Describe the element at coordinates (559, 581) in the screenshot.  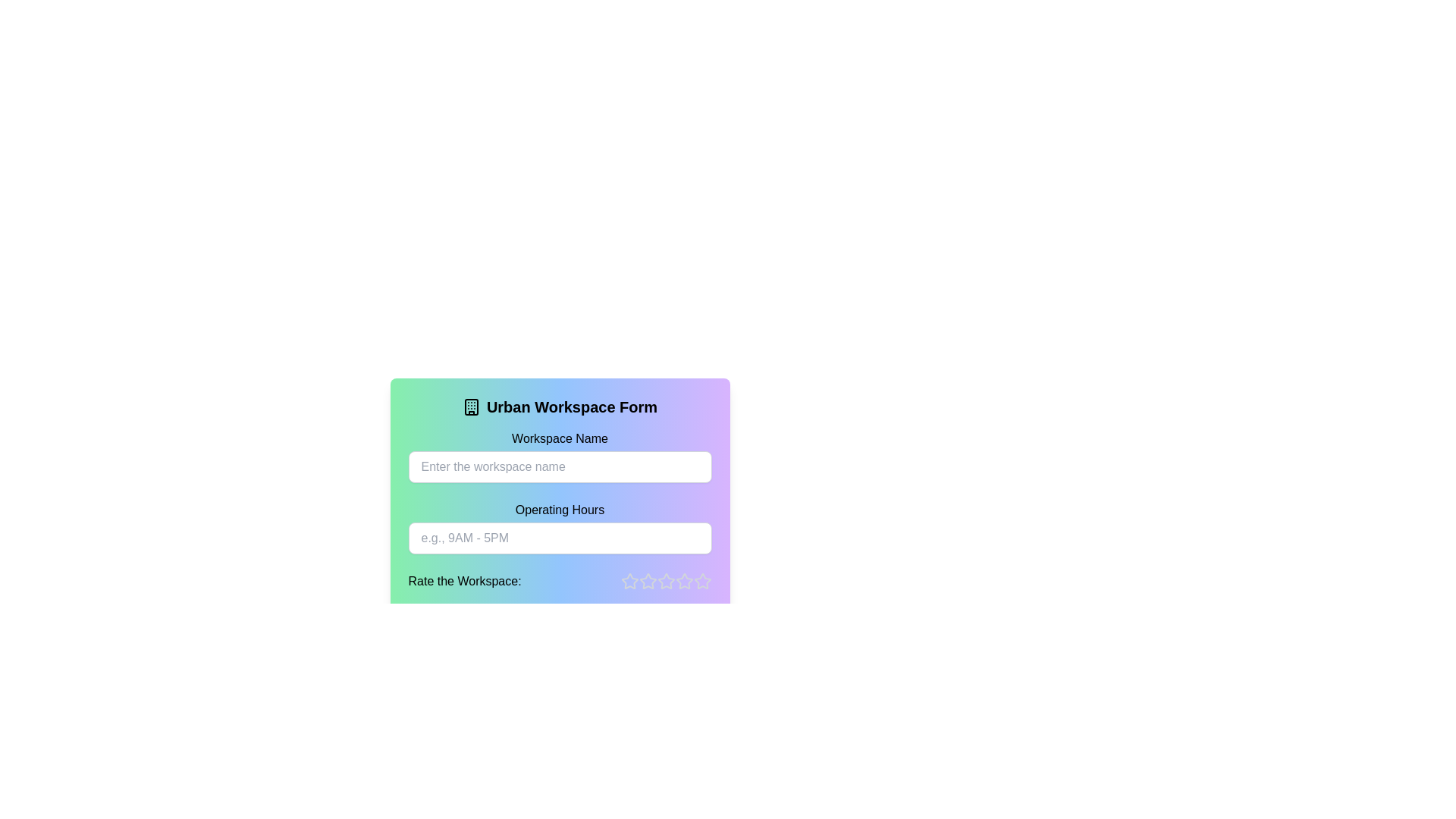
I see `one of the outlined star icons in the Rating widget labeled 'Rate the Workspace:'` at that location.